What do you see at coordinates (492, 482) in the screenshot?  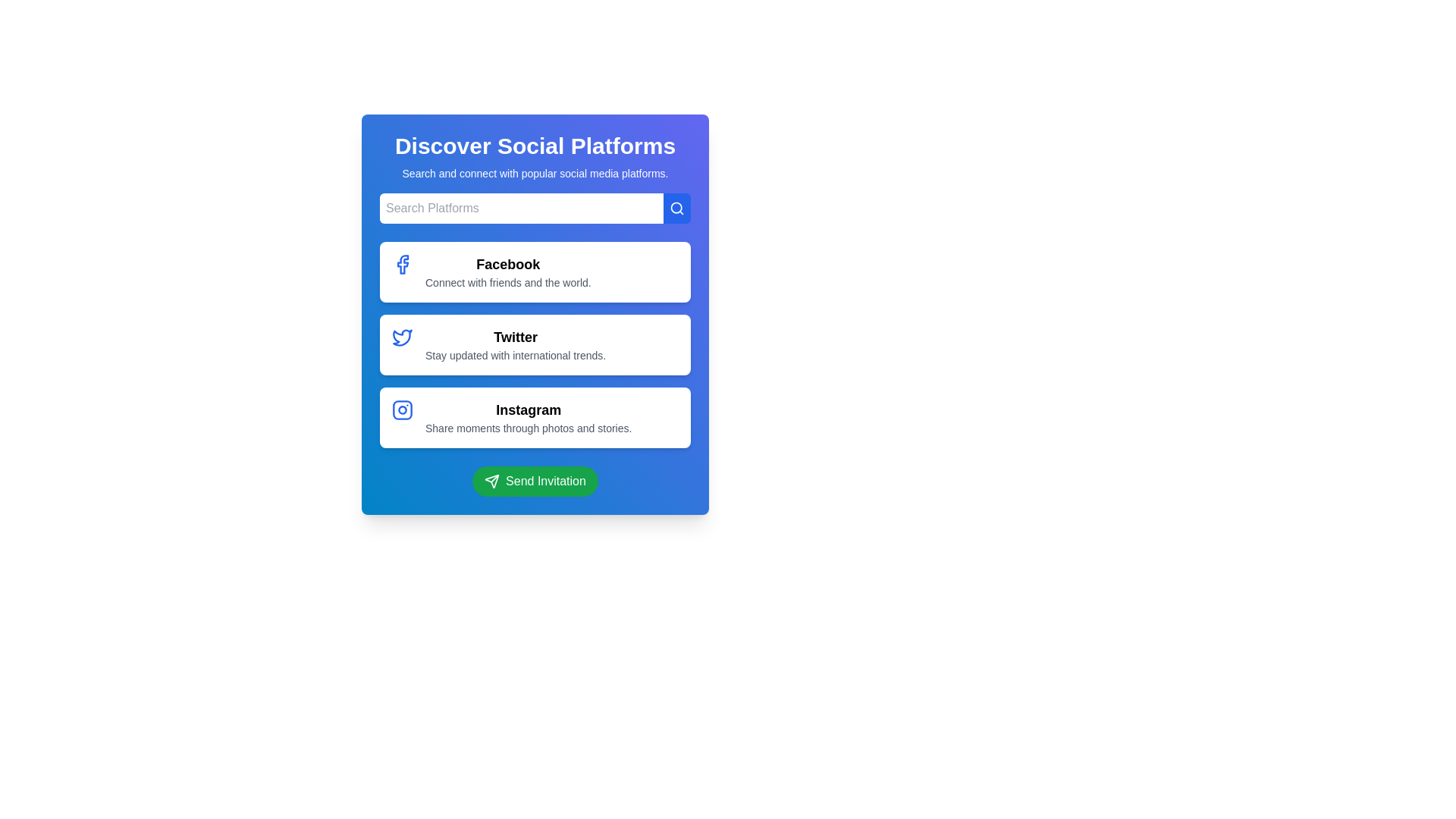 I see `the 'Send Invitation' icon, which visually represents the action of sending an invitation and is located at the bottom center of the interface` at bounding box center [492, 482].